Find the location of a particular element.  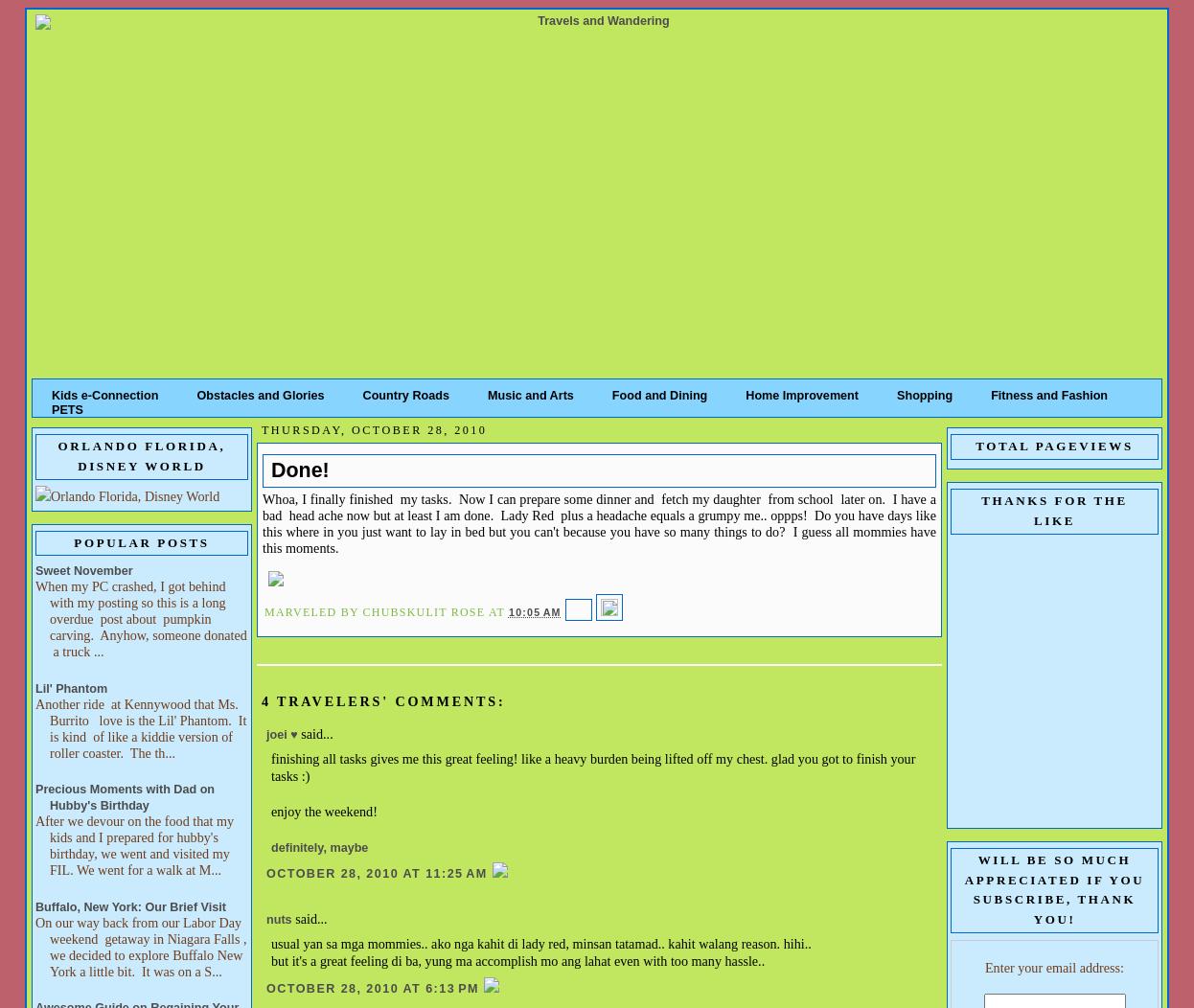

'Enter your email address:' is located at coordinates (1052, 966).